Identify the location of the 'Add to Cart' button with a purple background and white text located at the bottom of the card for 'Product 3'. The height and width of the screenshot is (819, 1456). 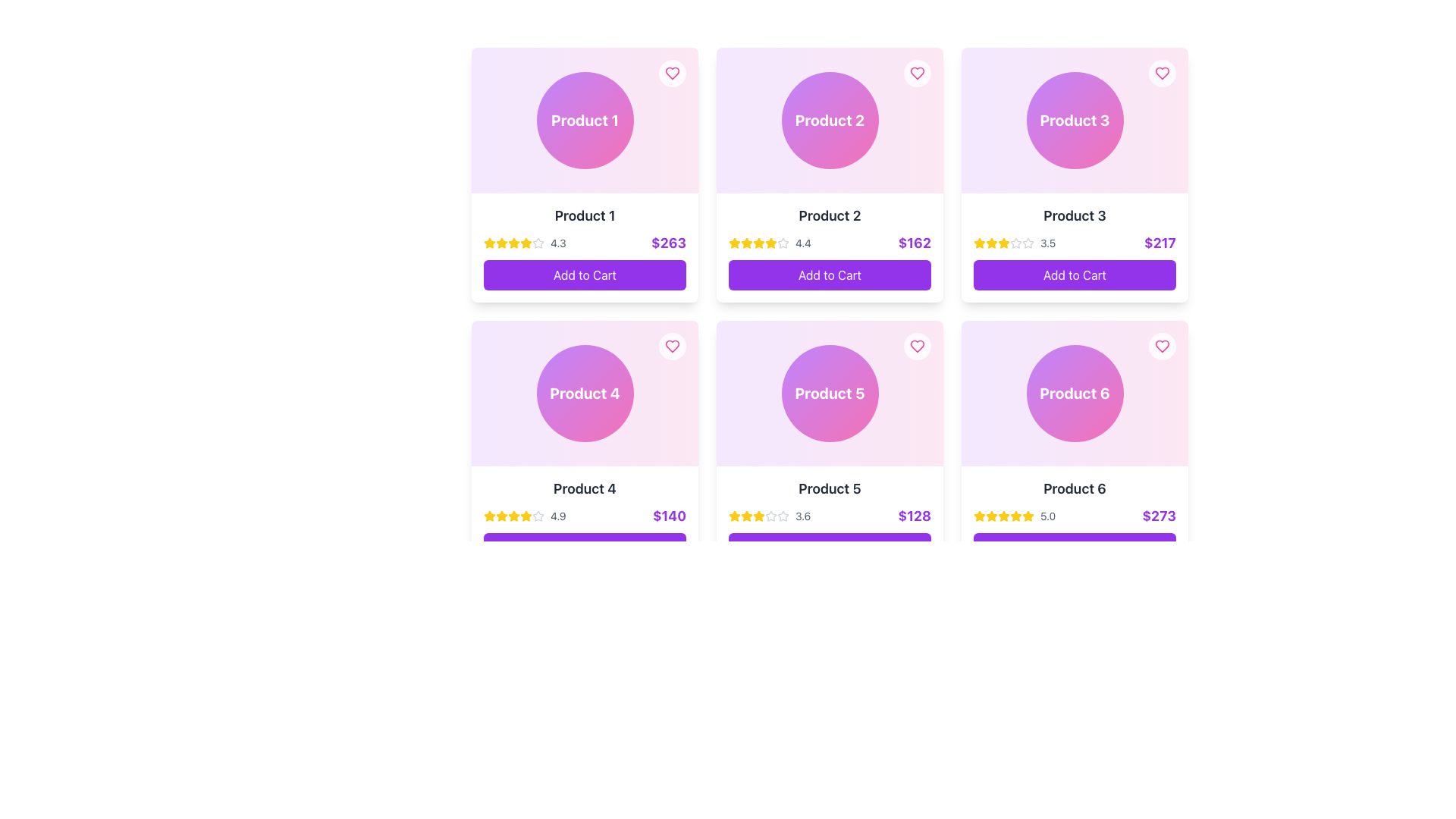
(1074, 275).